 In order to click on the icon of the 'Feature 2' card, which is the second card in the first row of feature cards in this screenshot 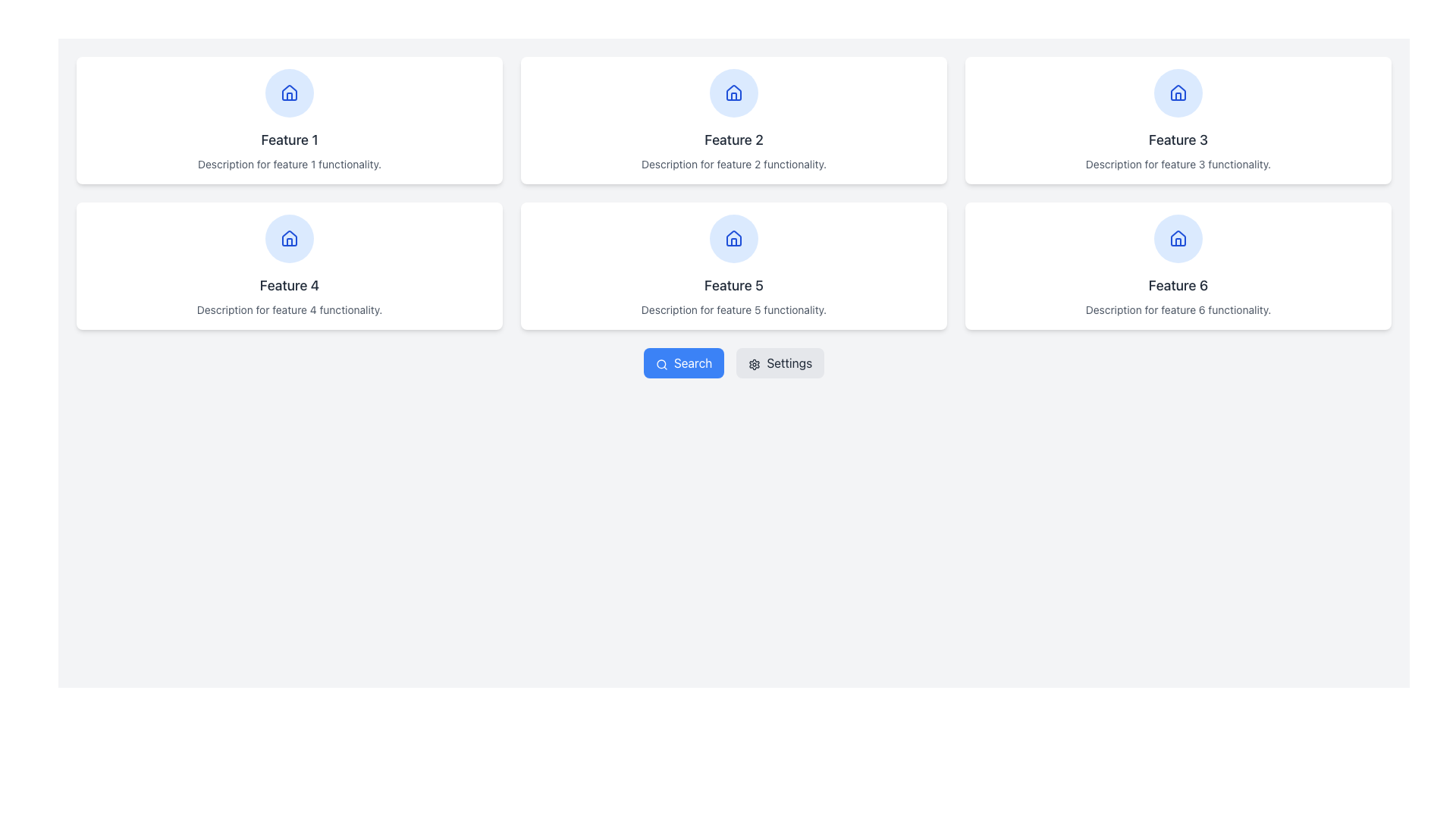, I will do `click(734, 119)`.